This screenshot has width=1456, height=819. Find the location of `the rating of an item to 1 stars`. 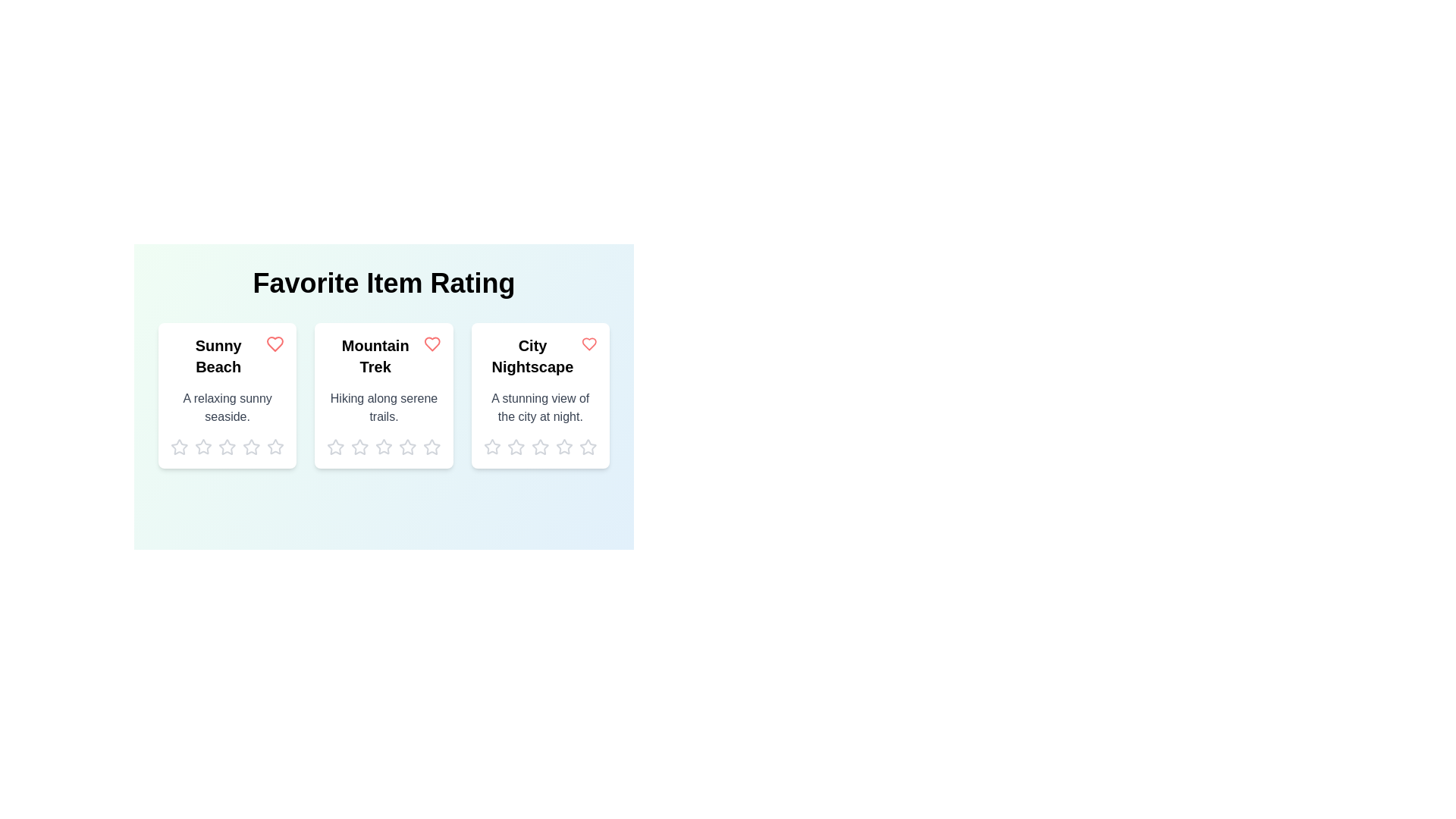

the rating of an item to 1 stars is located at coordinates (179, 447).